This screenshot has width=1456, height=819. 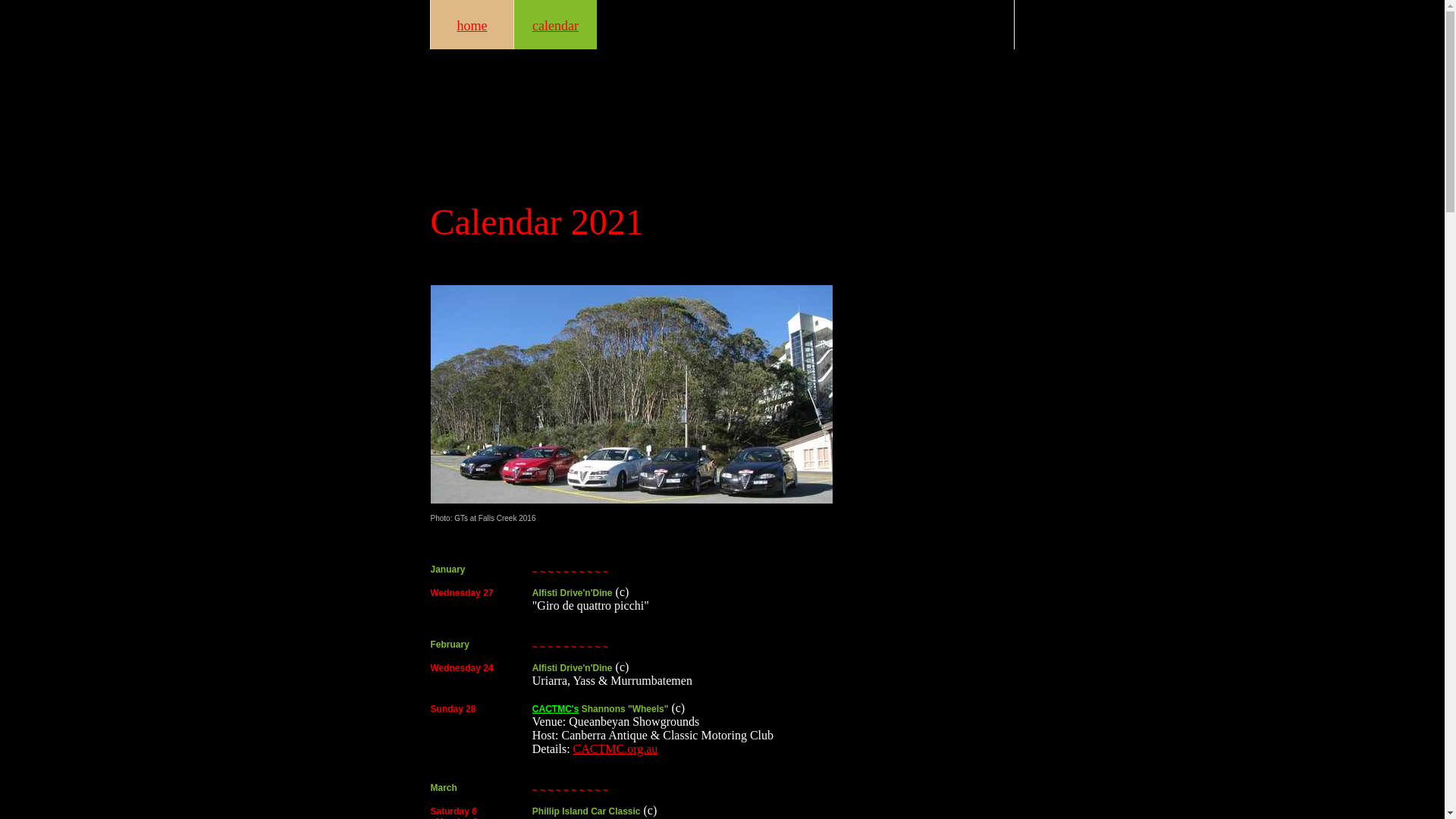 I want to click on 'calendar', so click(x=554, y=24).